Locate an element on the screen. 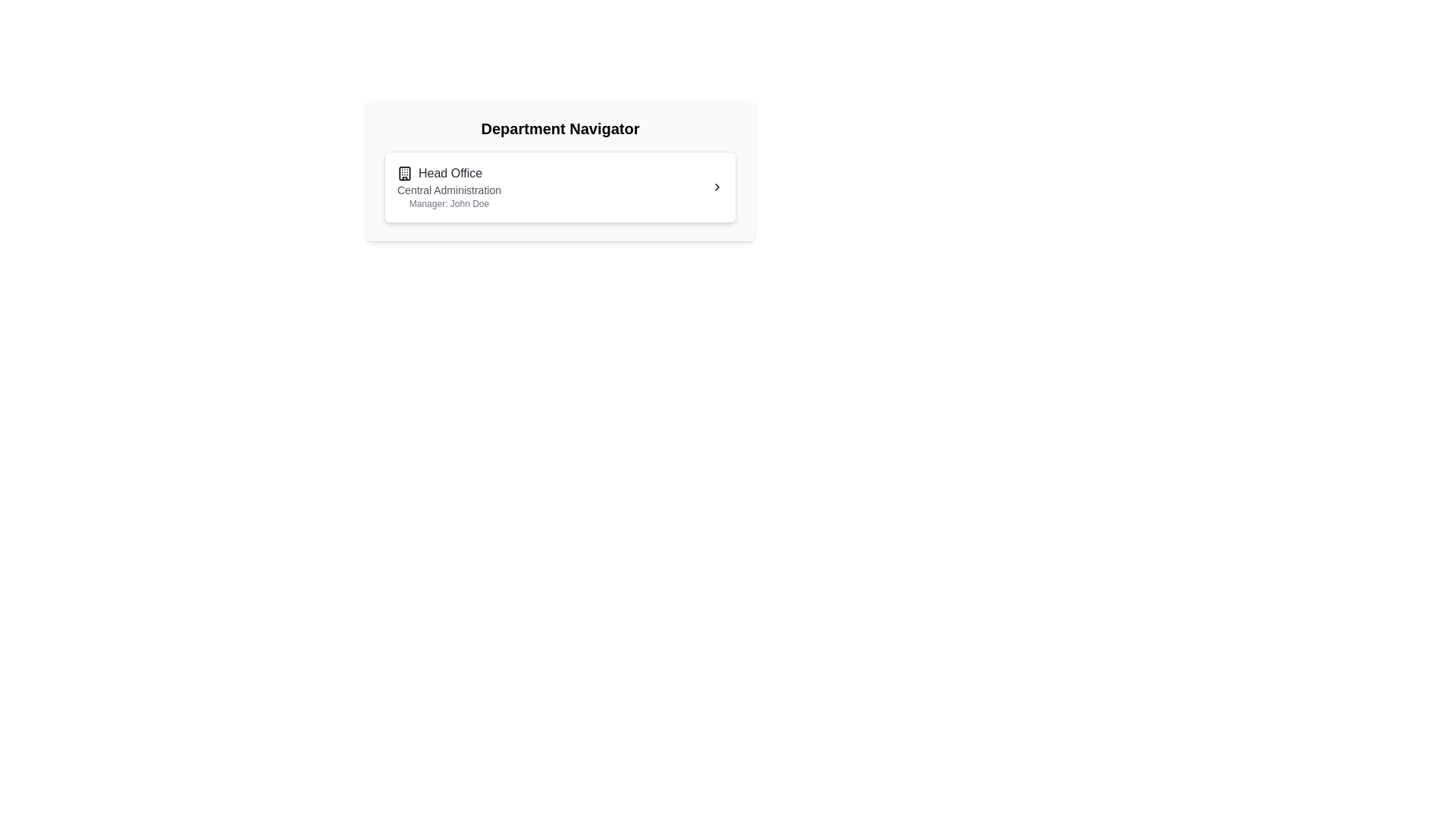 Image resolution: width=1456 pixels, height=819 pixels. the 'Head Office' informational group is located at coordinates (448, 186).